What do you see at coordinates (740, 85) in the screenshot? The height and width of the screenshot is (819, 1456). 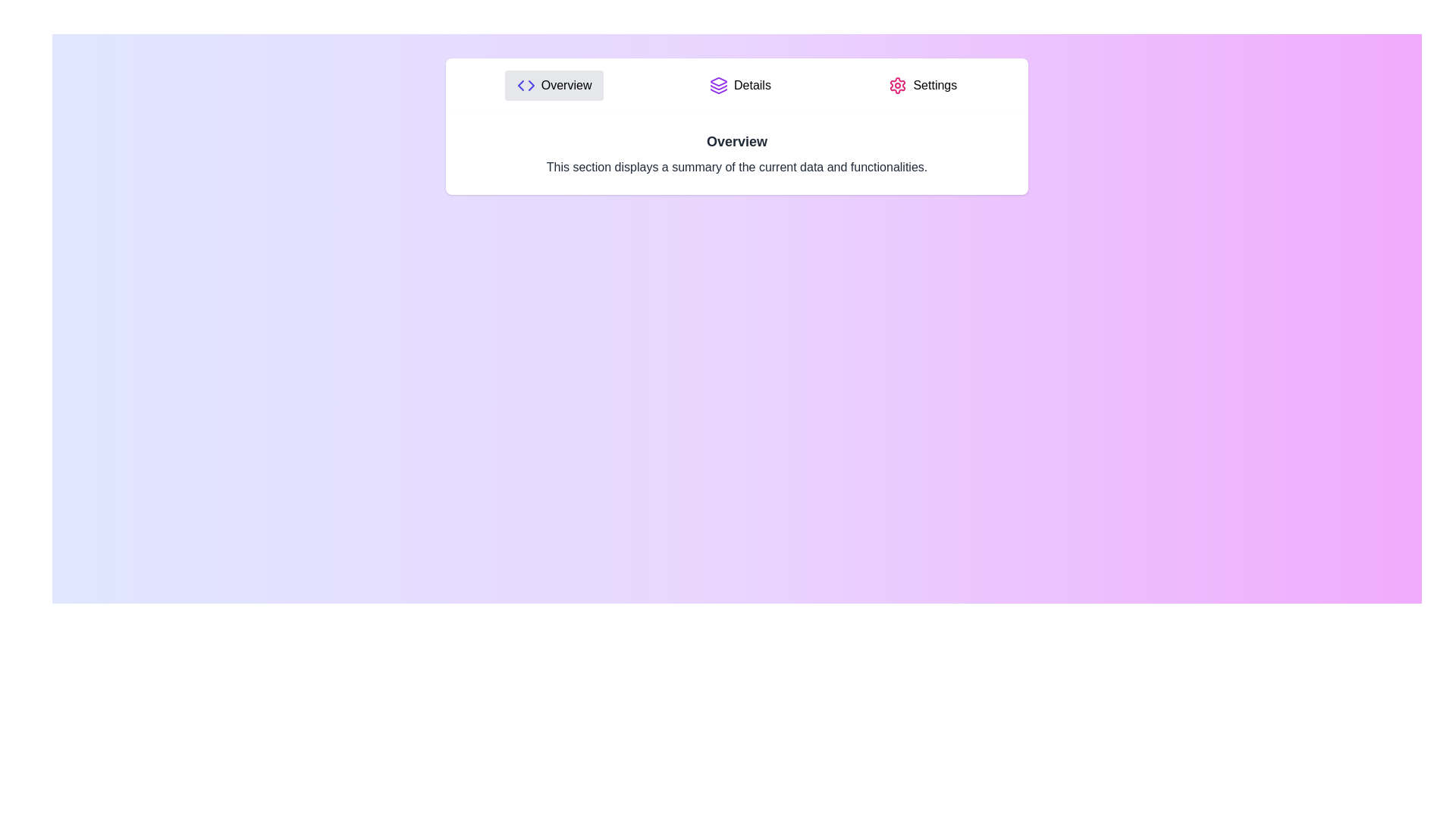 I see `the 'Details' tab button, which is the second of three tabs with a purple icon of stacked layers, to switch to the details view` at bounding box center [740, 85].